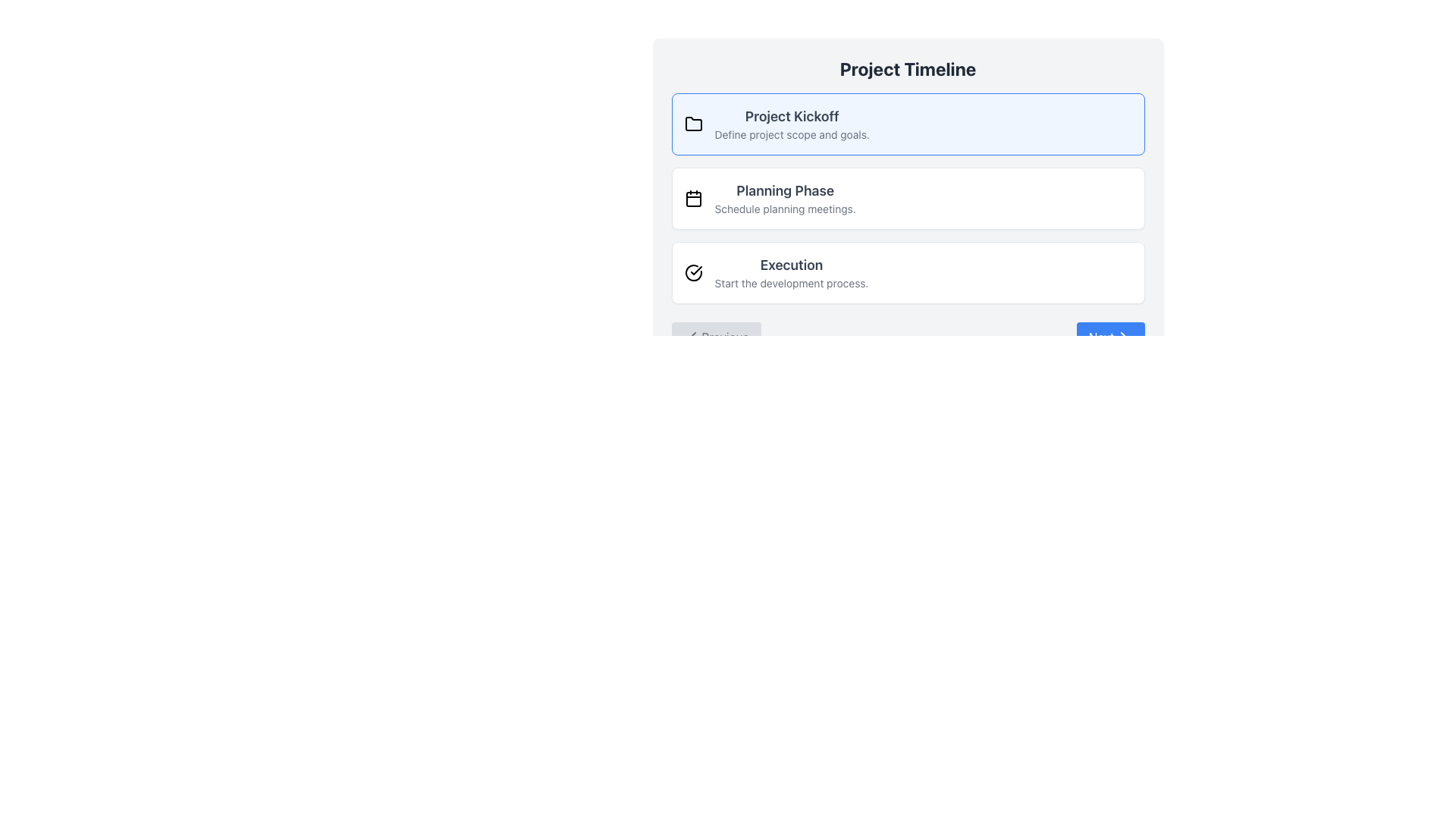  I want to click on the descriptive subtitle text label located directly below the 'Project Kickoff' heading in the 'Project Timeline' interface, so click(791, 133).